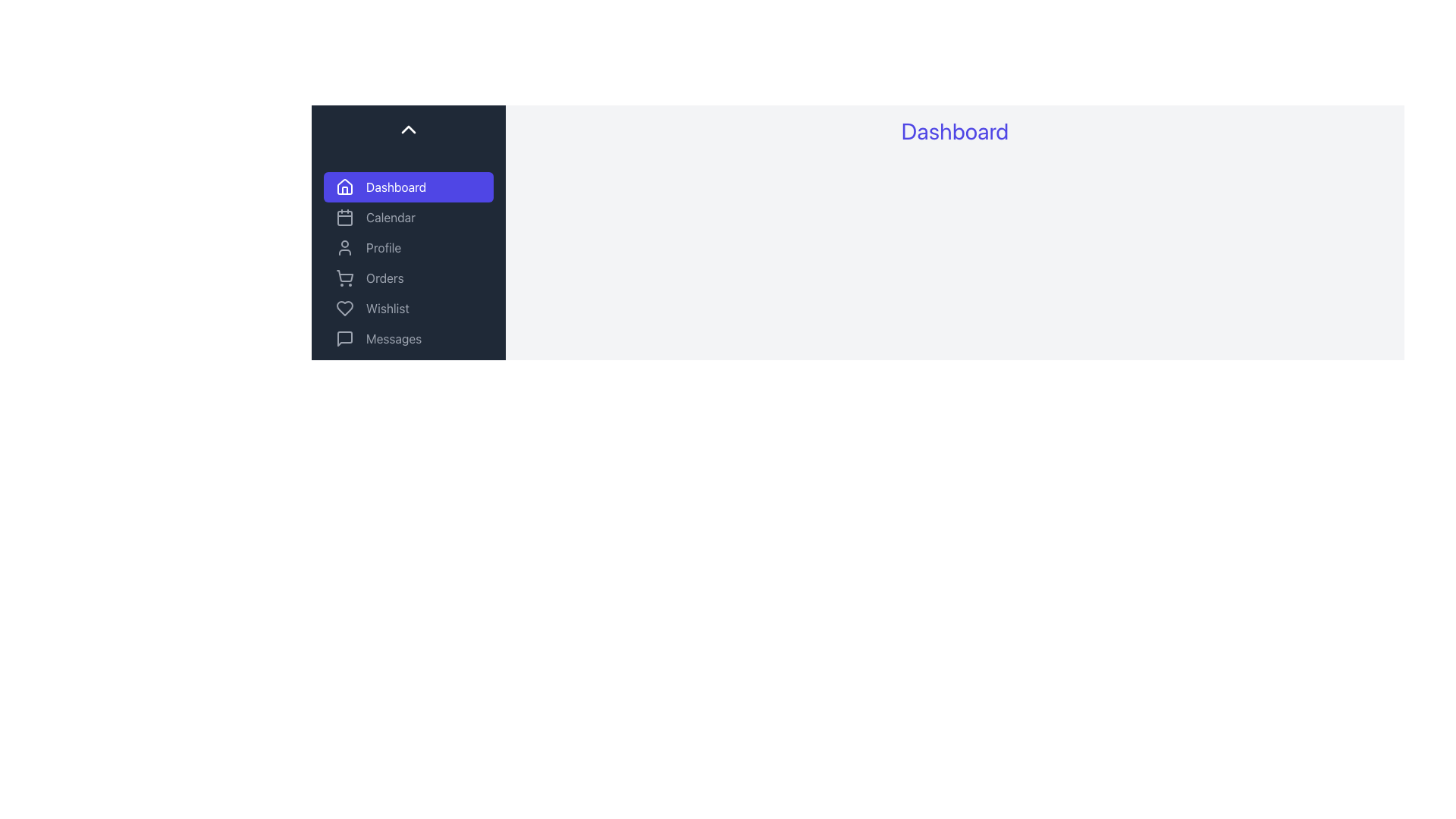  Describe the element at coordinates (394, 338) in the screenshot. I see `the 'Messages' text label in the sidebar menu, which is displayed in light gray font on a dark background, accompanied by a speech bubble icon to its left` at that location.